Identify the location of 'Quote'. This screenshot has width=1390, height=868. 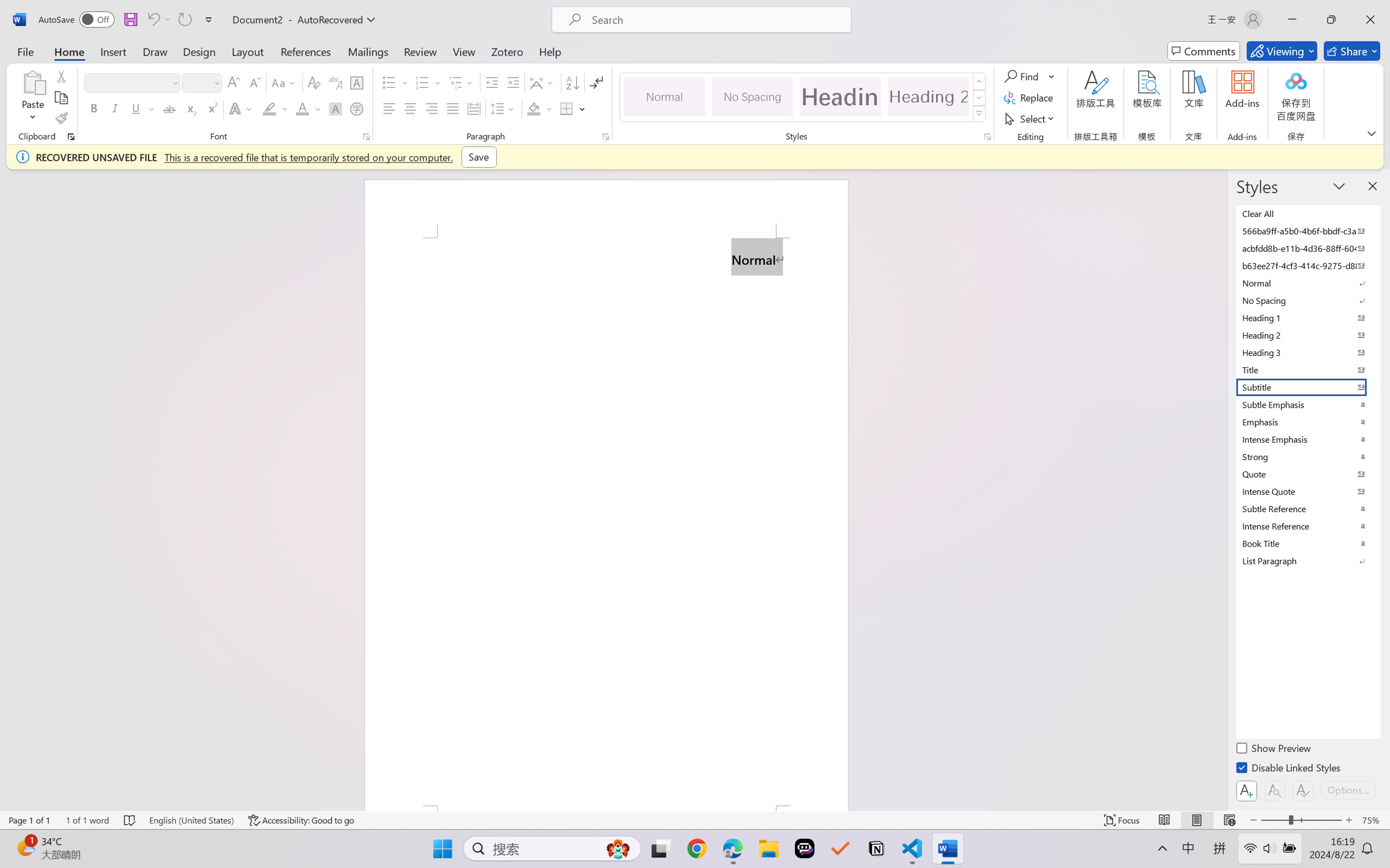
(1307, 473).